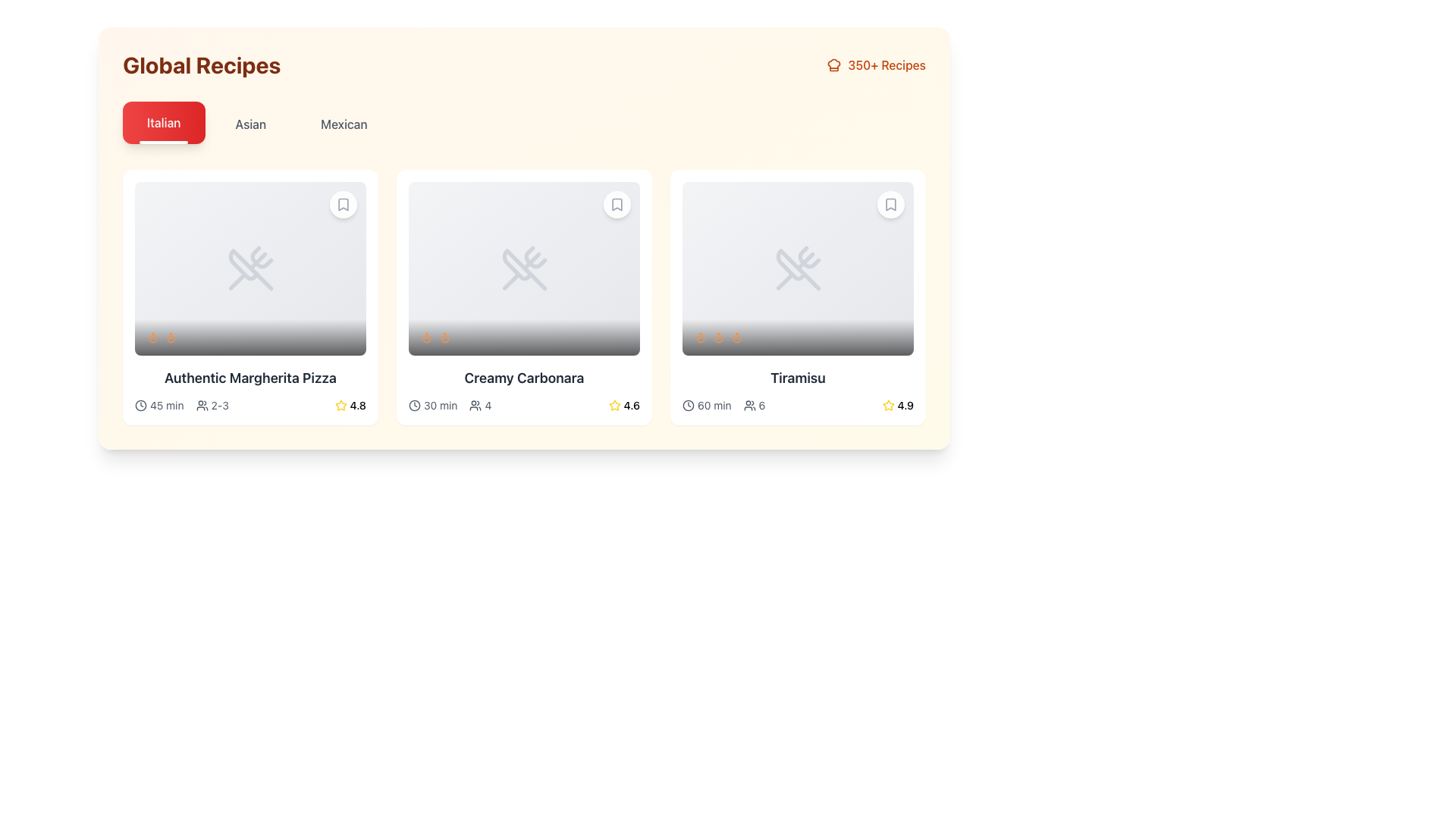 The height and width of the screenshot is (819, 1456). What do you see at coordinates (524, 268) in the screenshot?
I see `the crossed fork and knife icon representing the dish 'Creamy Carbonara' in the second card under the 'Italian' tab in the 'Global Recipes' section` at bounding box center [524, 268].